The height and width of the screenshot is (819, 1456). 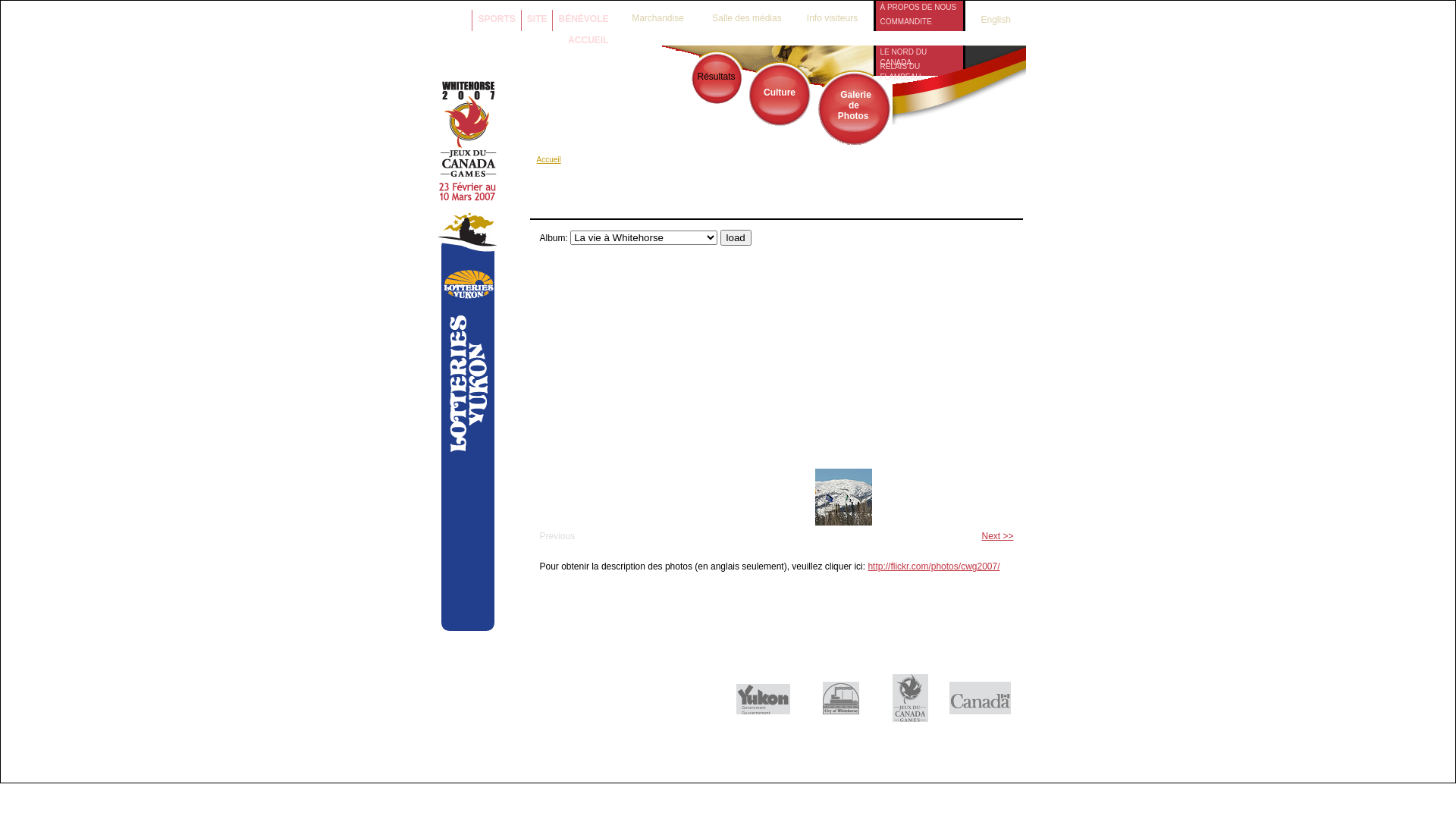 What do you see at coordinates (835, 104) in the screenshot?
I see `'Galerie` at bounding box center [835, 104].